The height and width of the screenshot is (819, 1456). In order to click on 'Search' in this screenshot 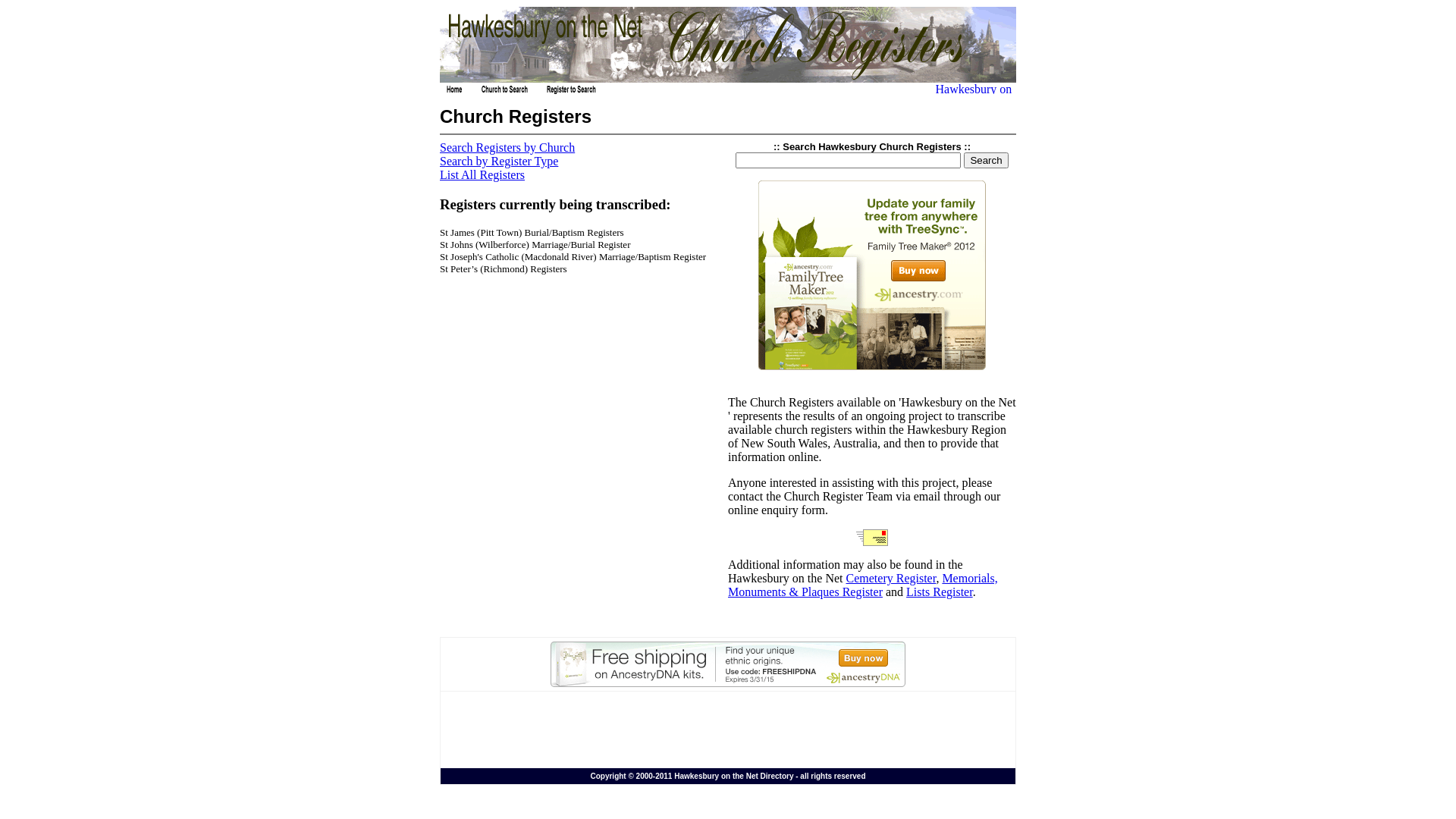, I will do `click(986, 160)`.